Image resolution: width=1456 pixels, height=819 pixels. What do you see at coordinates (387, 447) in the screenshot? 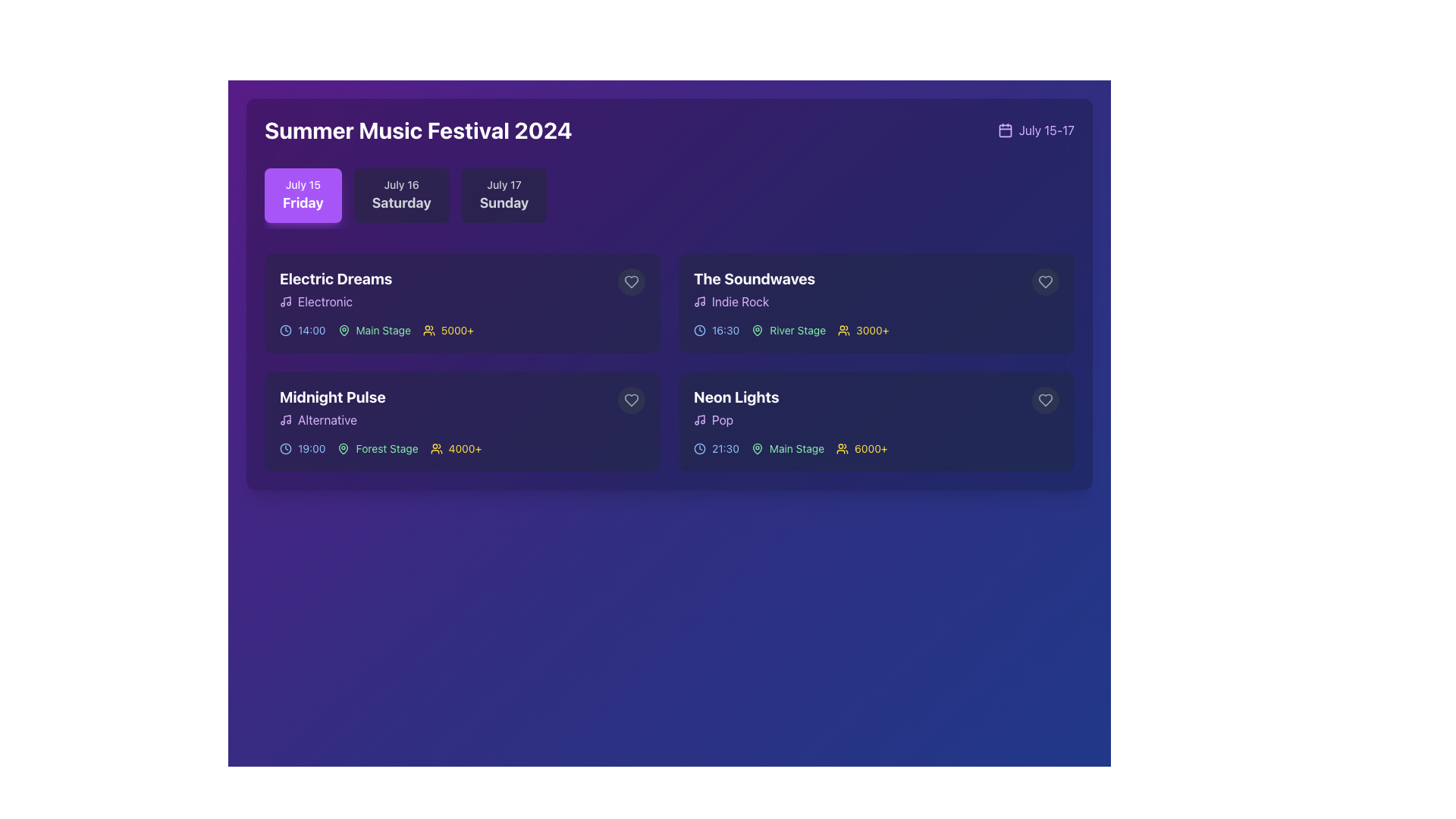
I see `the text label indicating the performance location for the 'Midnight Pulse' event, located in the lower-right part of the event card next to icons for time and attendance` at bounding box center [387, 447].